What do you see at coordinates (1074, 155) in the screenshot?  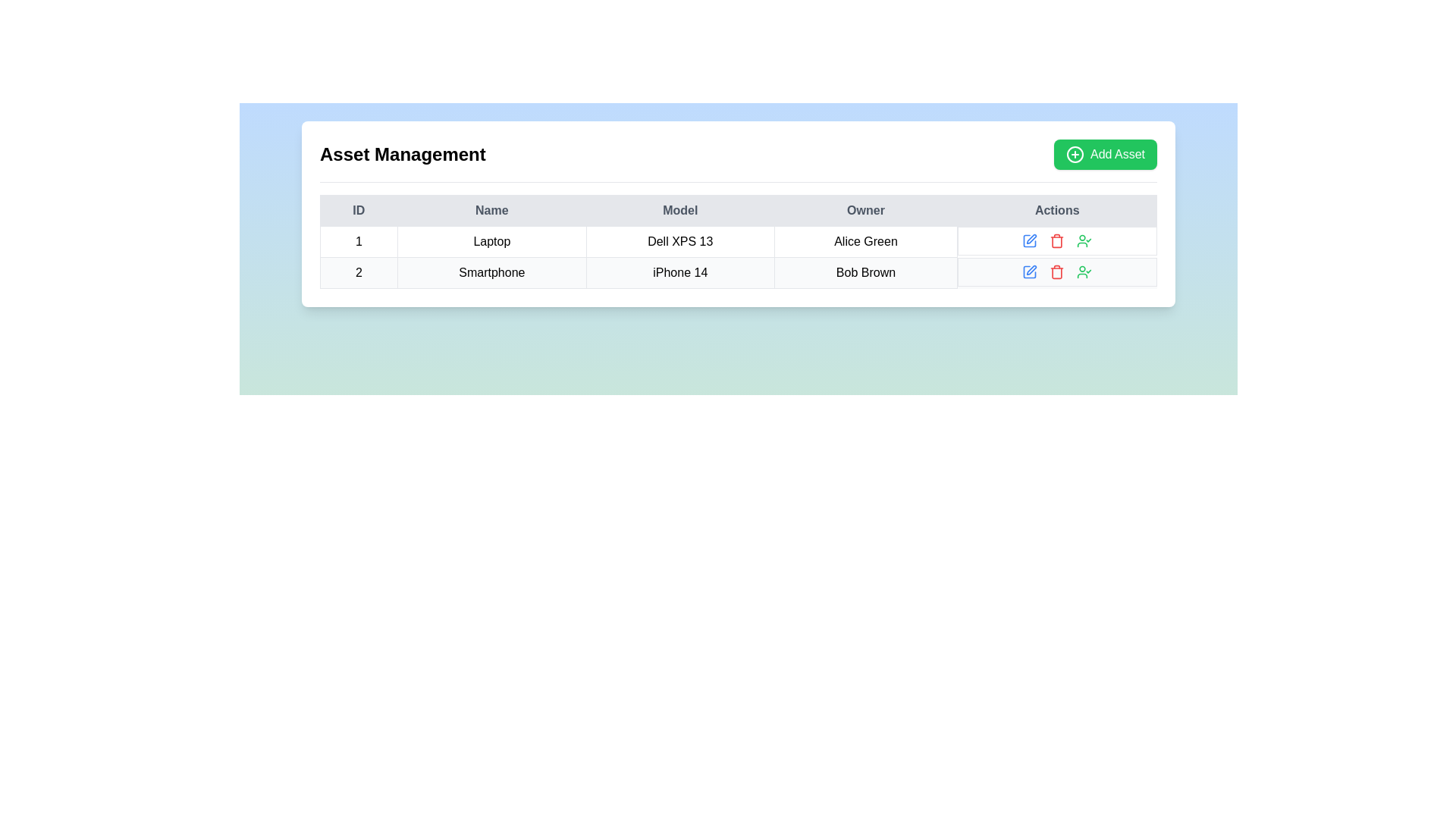 I see `the 'Add Asset' icon located on the right side of the header bar in the 'Asset Management' table` at bounding box center [1074, 155].